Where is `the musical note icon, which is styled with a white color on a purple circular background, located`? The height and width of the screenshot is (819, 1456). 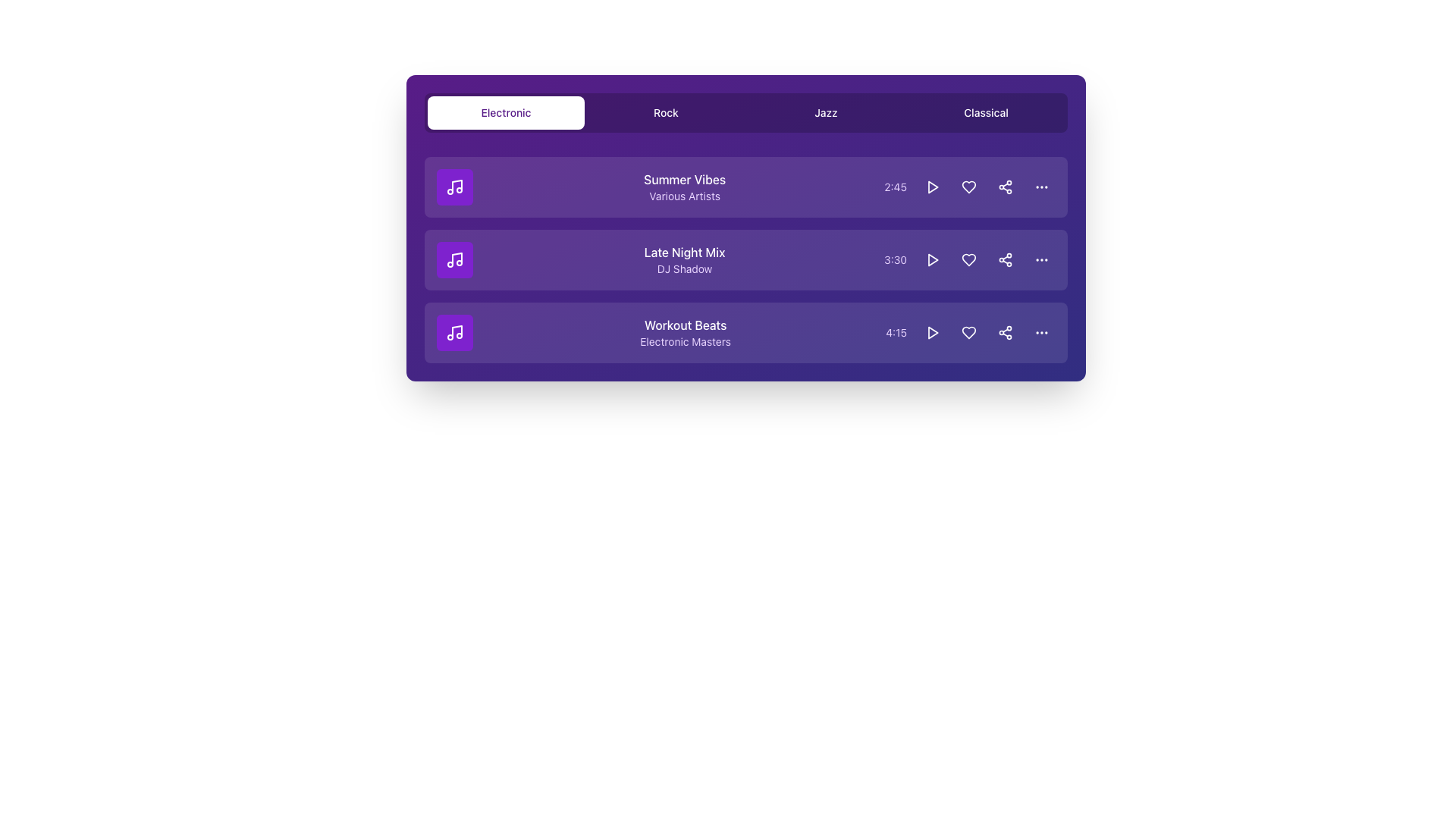 the musical note icon, which is styled with a white color on a purple circular background, located is located at coordinates (454, 332).